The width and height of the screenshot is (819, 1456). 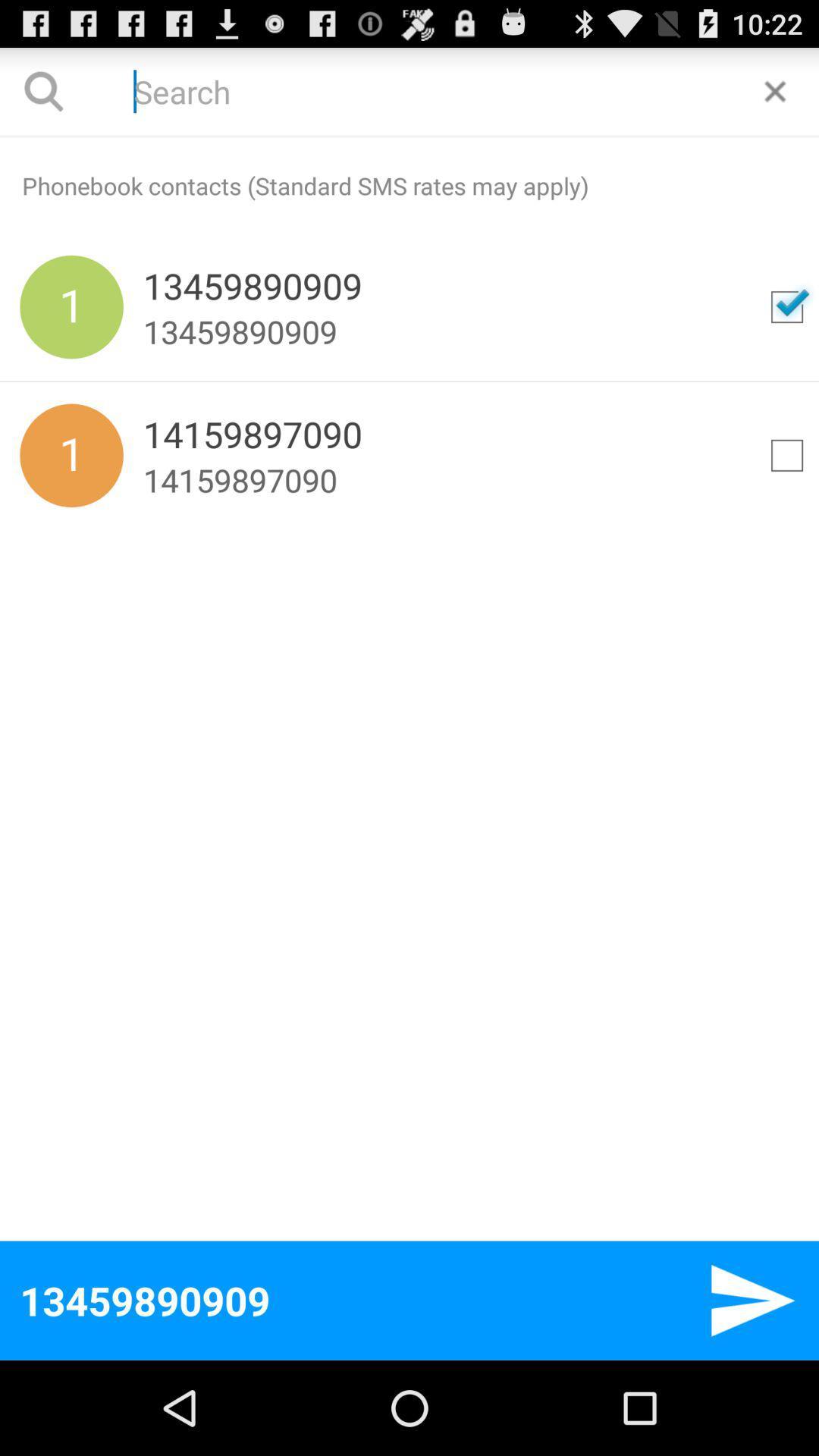 What do you see at coordinates (775, 90) in the screenshot?
I see `search query` at bounding box center [775, 90].